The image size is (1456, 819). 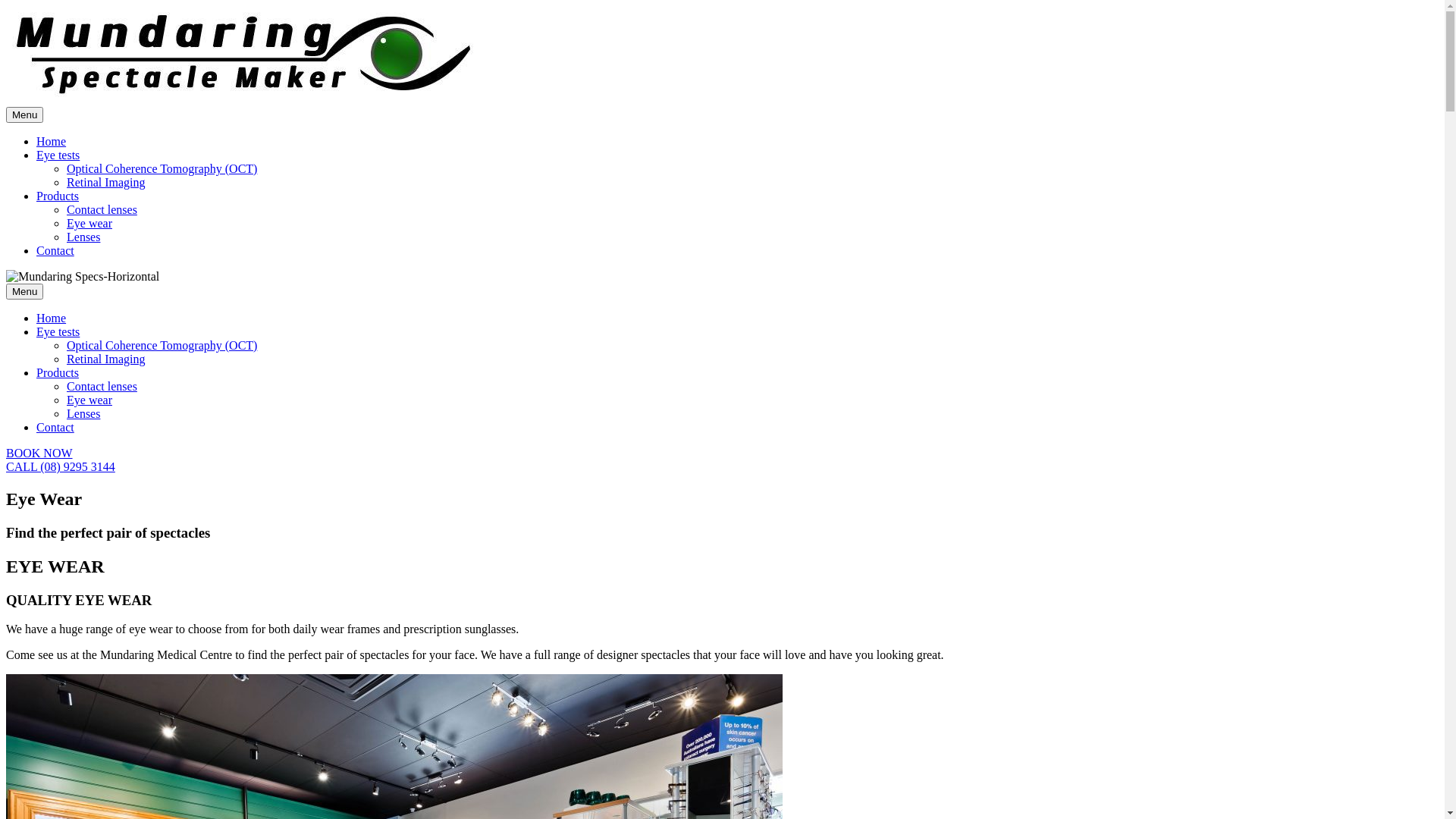 I want to click on 'Home', so click(x=51, y=317).